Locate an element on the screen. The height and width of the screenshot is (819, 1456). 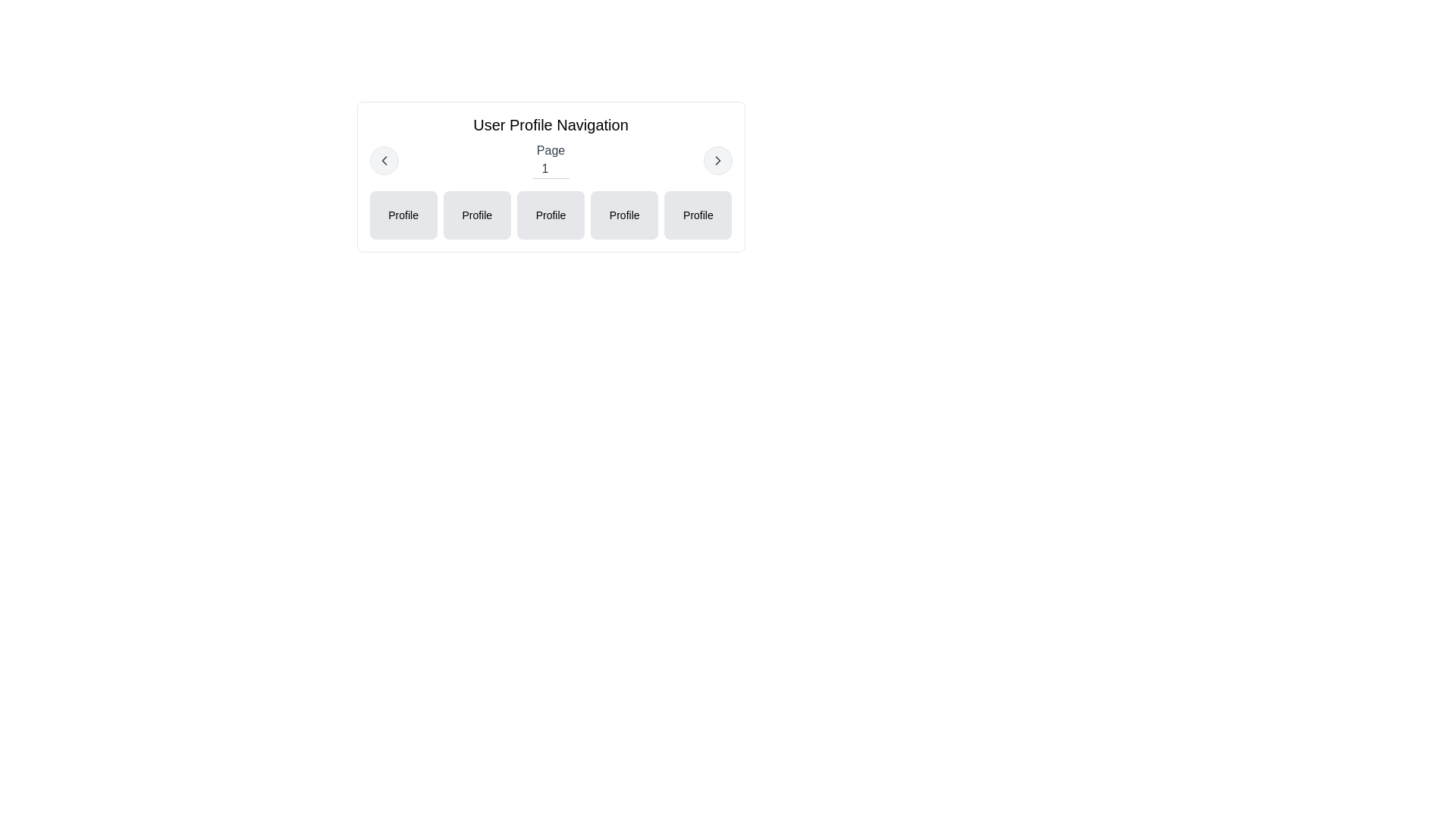
the pagination indicator displaying 'Page 1', which is centrally located between the navigation buttons is located at coordinates (550, 160).